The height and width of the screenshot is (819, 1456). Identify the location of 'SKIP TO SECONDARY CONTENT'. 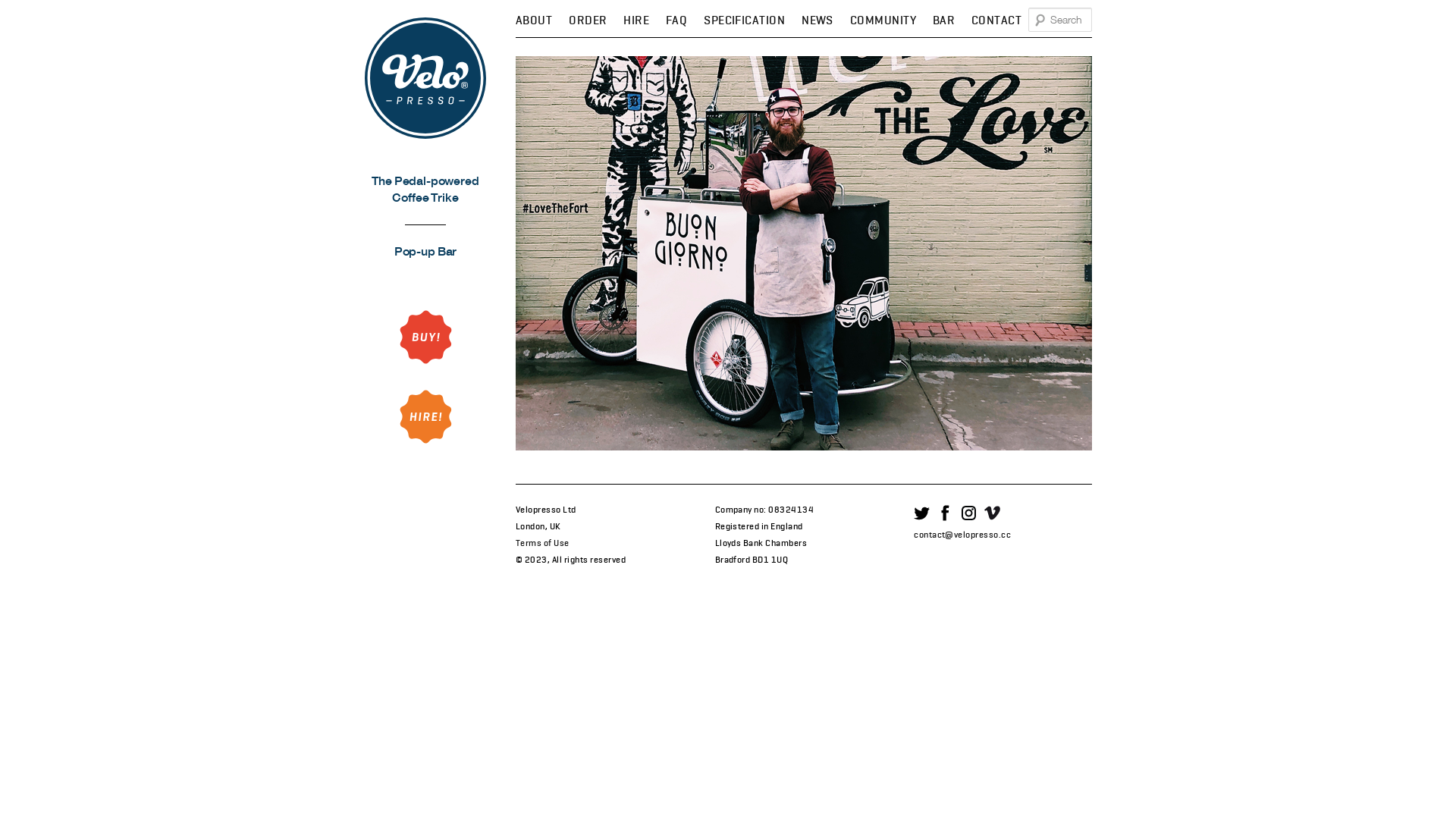
(603, 17).